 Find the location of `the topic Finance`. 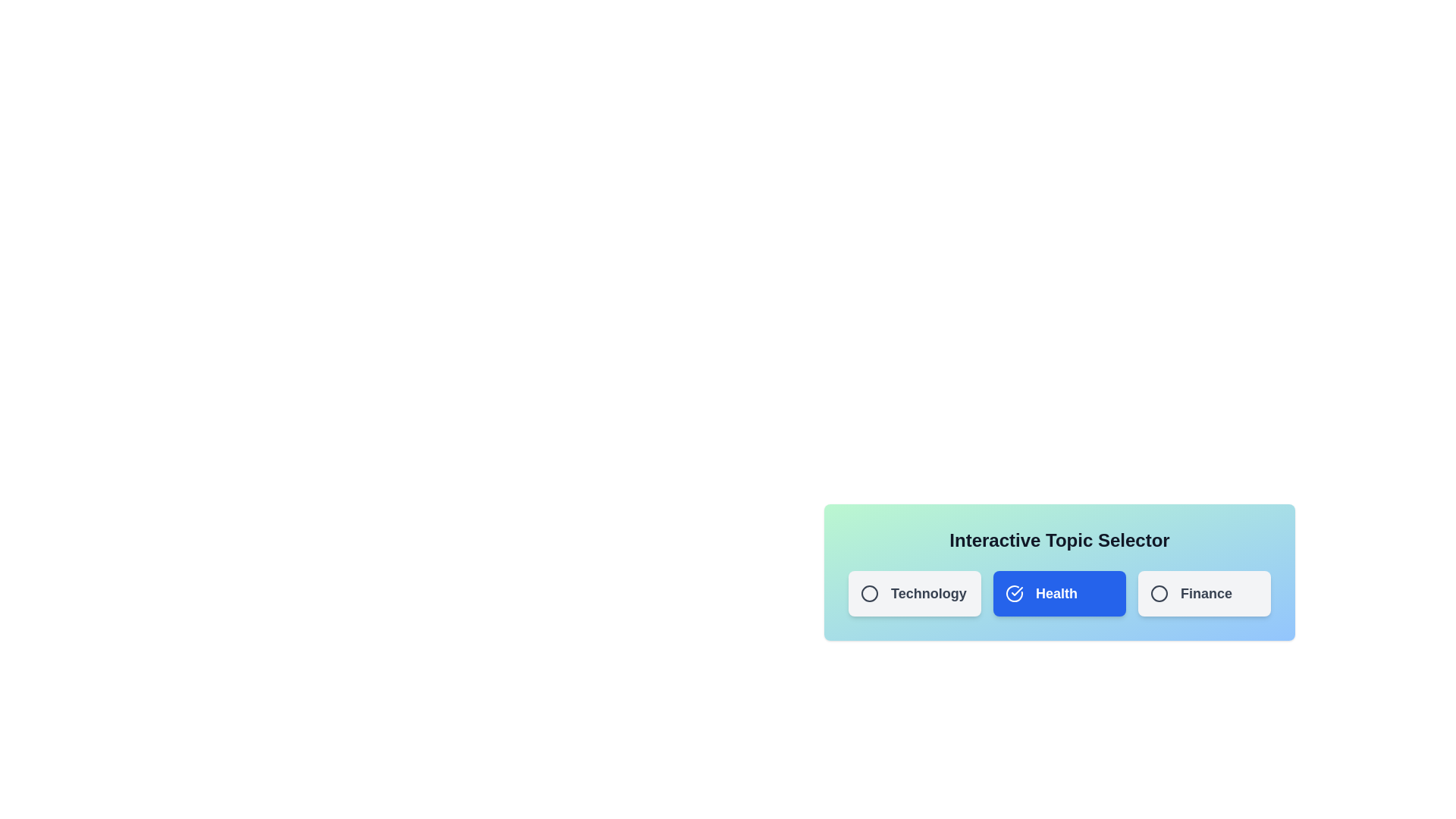

the topic Finance is located at coordinates (1203, 593).